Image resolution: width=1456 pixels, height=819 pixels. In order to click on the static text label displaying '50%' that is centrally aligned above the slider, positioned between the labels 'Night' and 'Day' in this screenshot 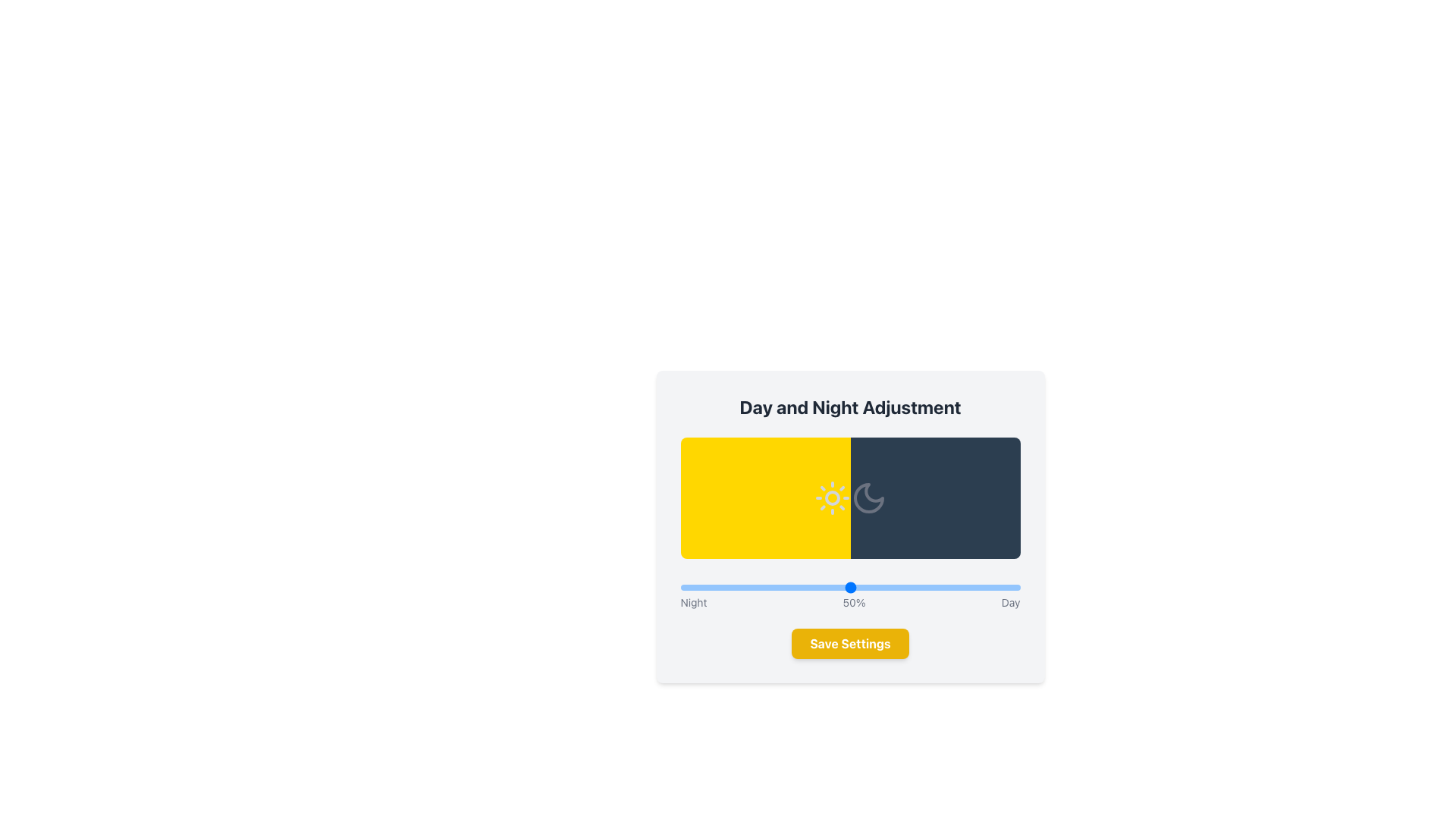, I will do `click(854, 601)`.